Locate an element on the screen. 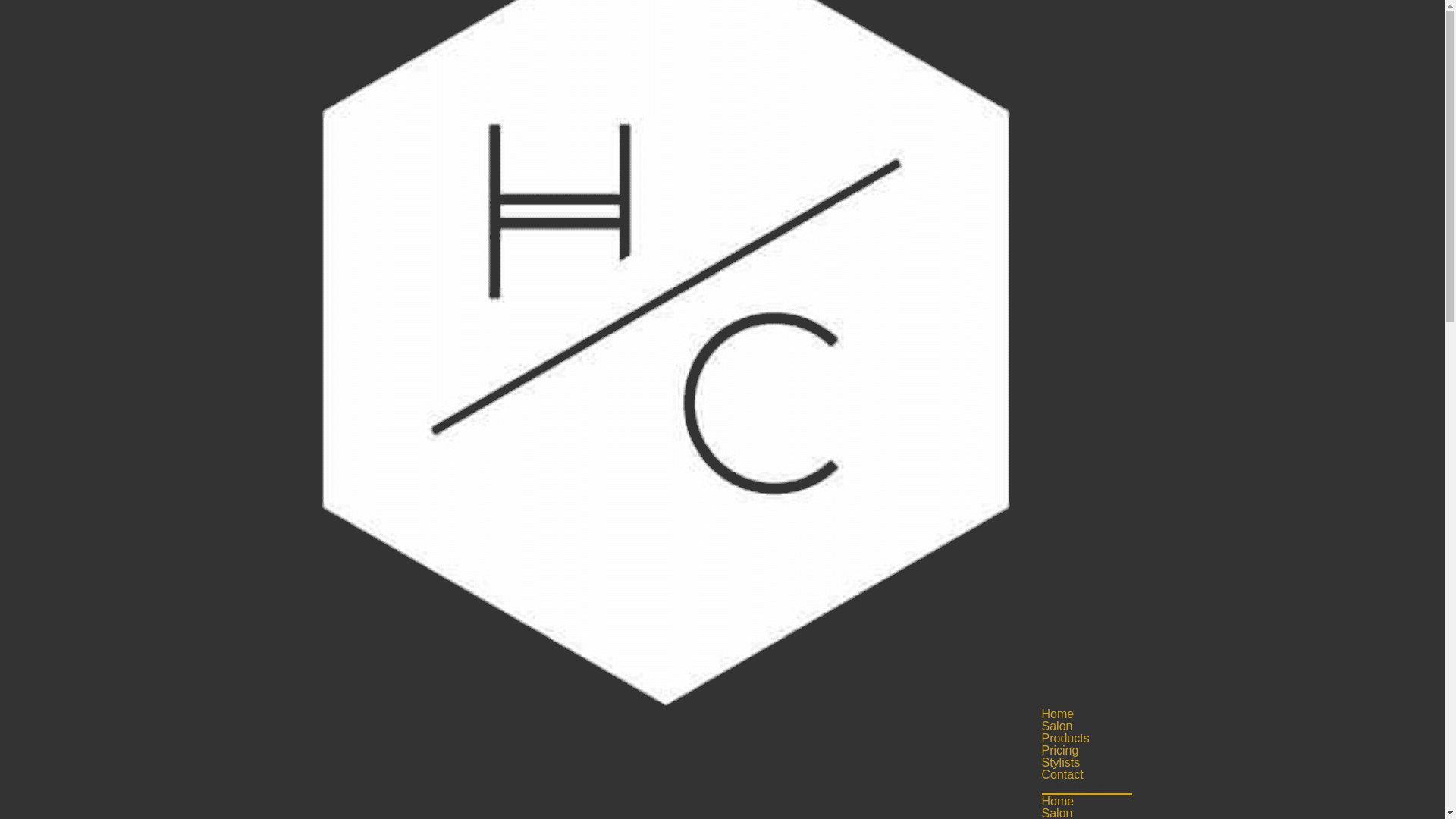 This screenshot has width=1456, height=819. 'Products' is located at coordinates (1065, 738).